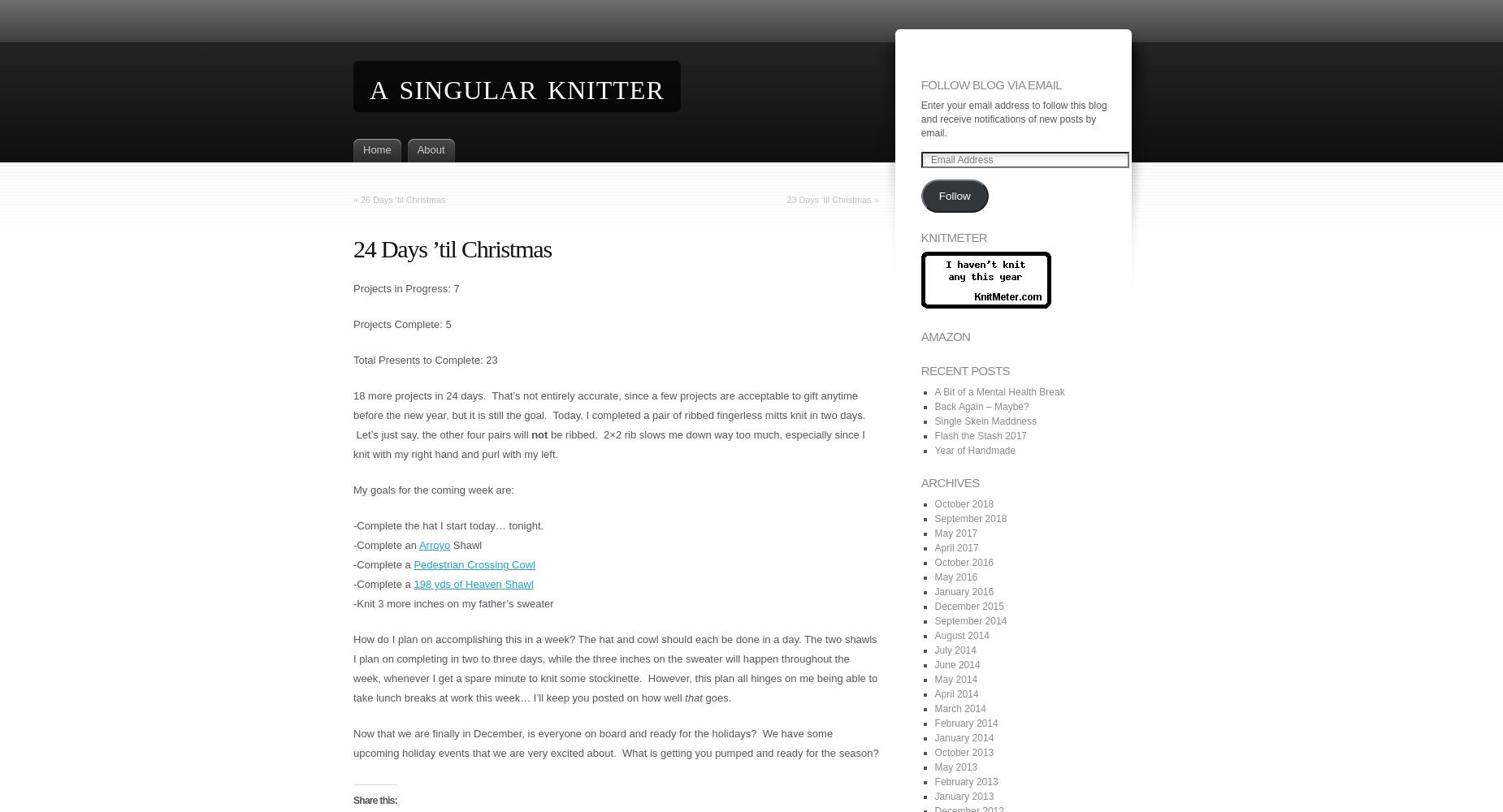  Describe the element at coordinates (933, 547) in the screenshot. I see `'April 2017'` at that location.